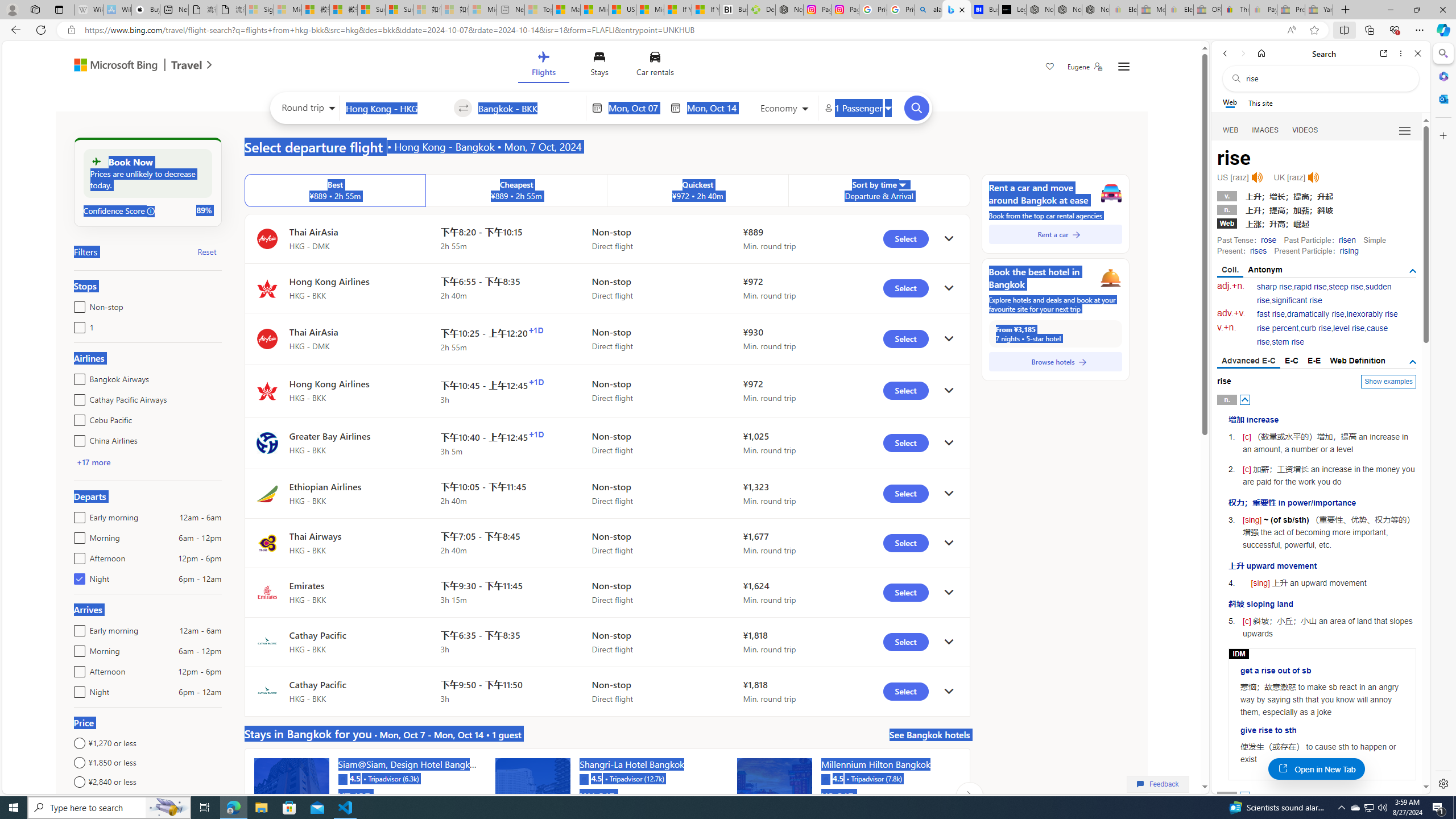  Describe the element at coordinates (714, 107) in the screenshot. I see `'End date'` at that location.